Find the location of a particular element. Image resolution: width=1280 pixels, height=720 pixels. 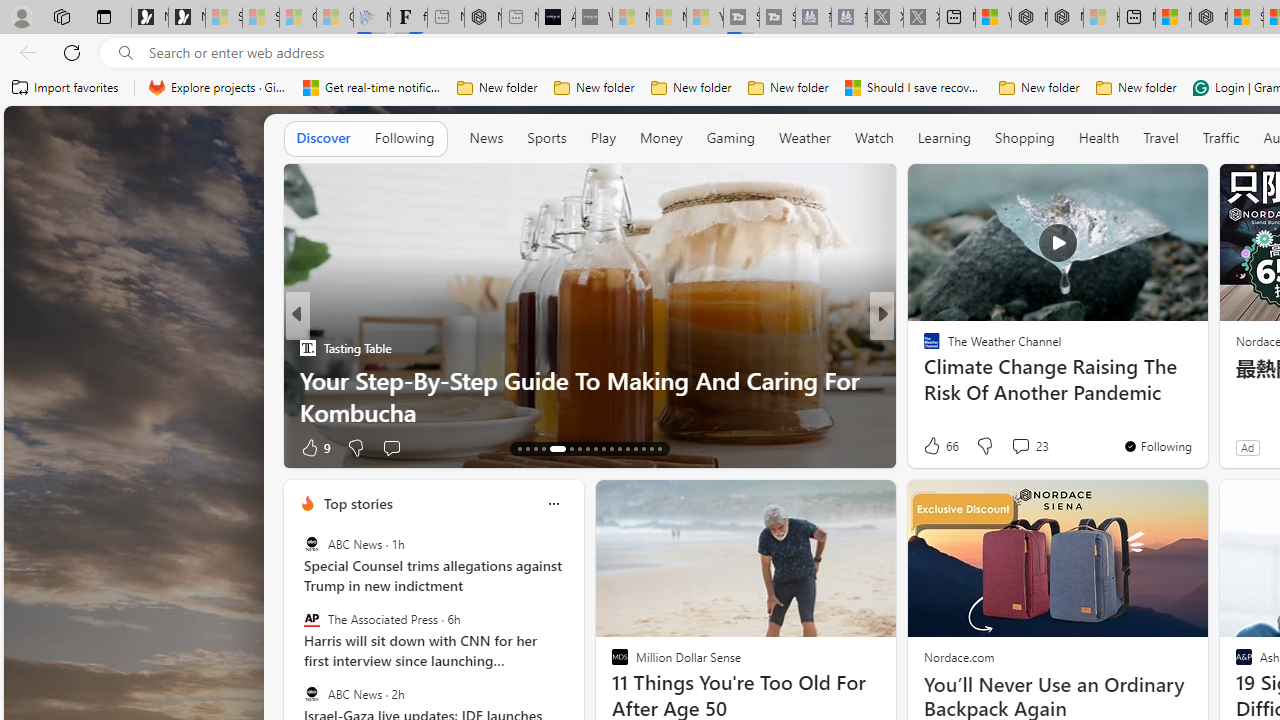

'View comments 2 Comment' is located at coordinates (1020, 446).